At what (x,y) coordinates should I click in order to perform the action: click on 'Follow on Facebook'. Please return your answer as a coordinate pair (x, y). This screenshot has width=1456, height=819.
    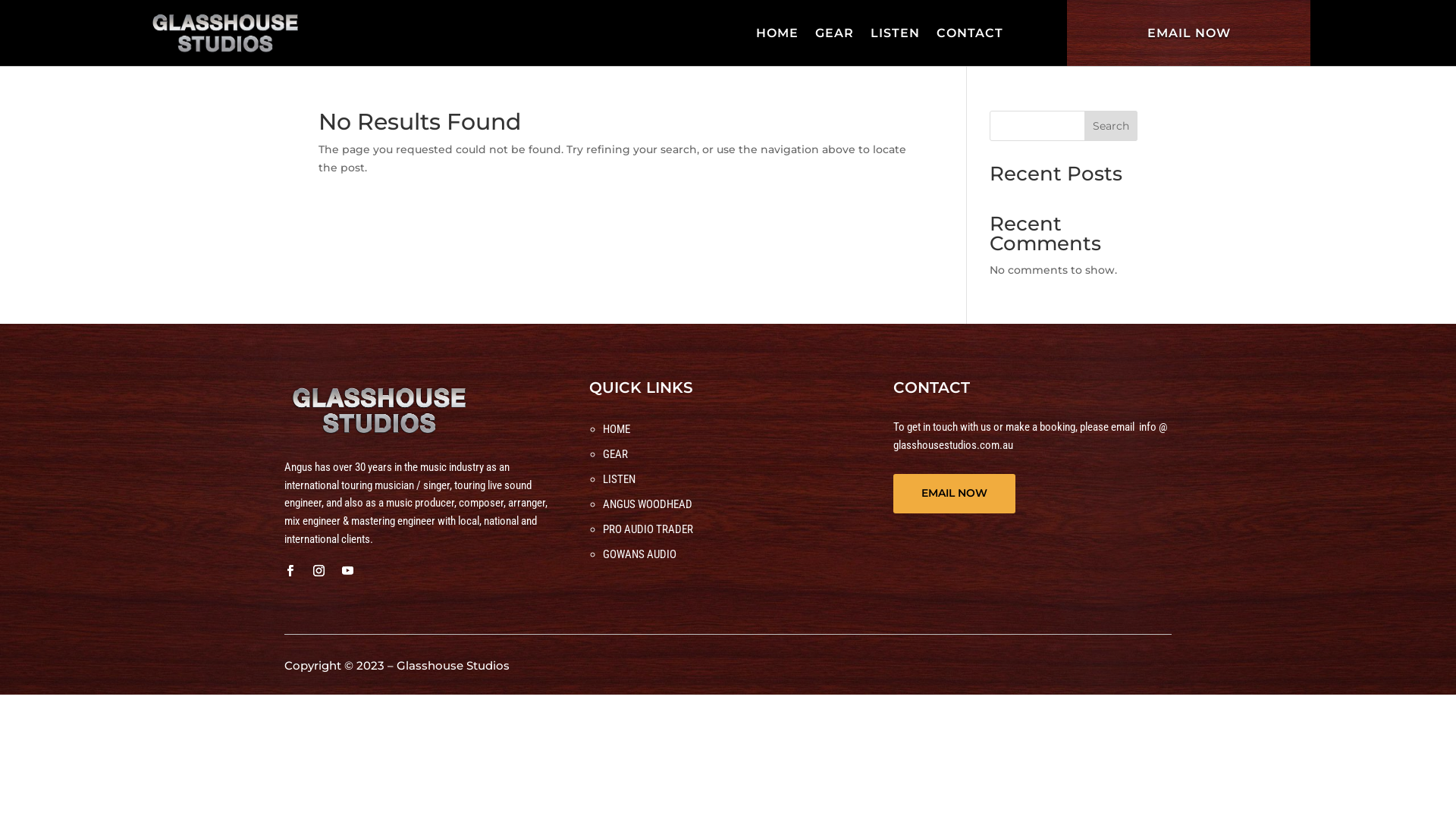
    Looking at the image, I should click on (290, 570).